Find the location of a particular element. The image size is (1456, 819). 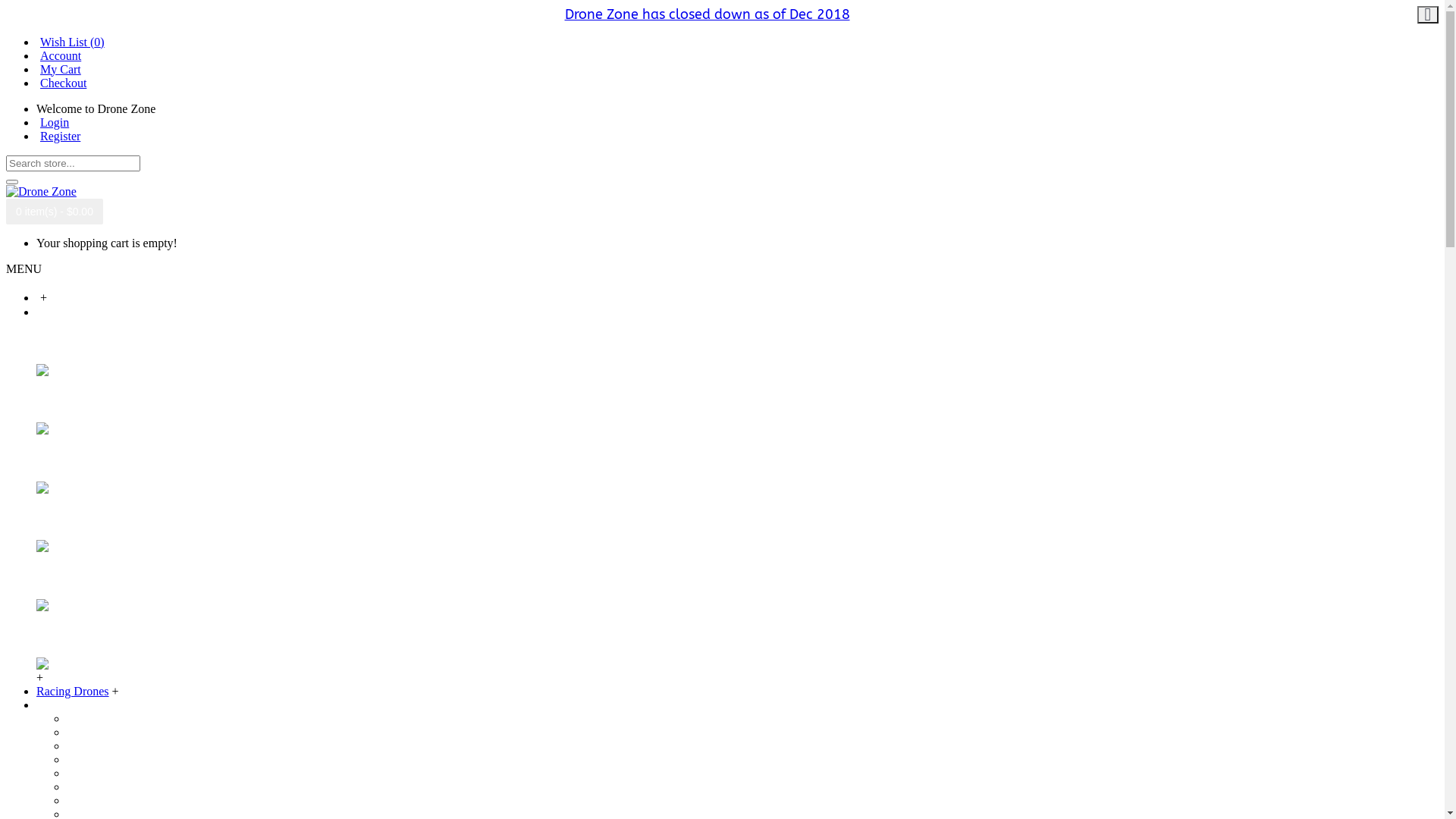

'0 item(s) - $0.00' is located at coordinates (15, 210).